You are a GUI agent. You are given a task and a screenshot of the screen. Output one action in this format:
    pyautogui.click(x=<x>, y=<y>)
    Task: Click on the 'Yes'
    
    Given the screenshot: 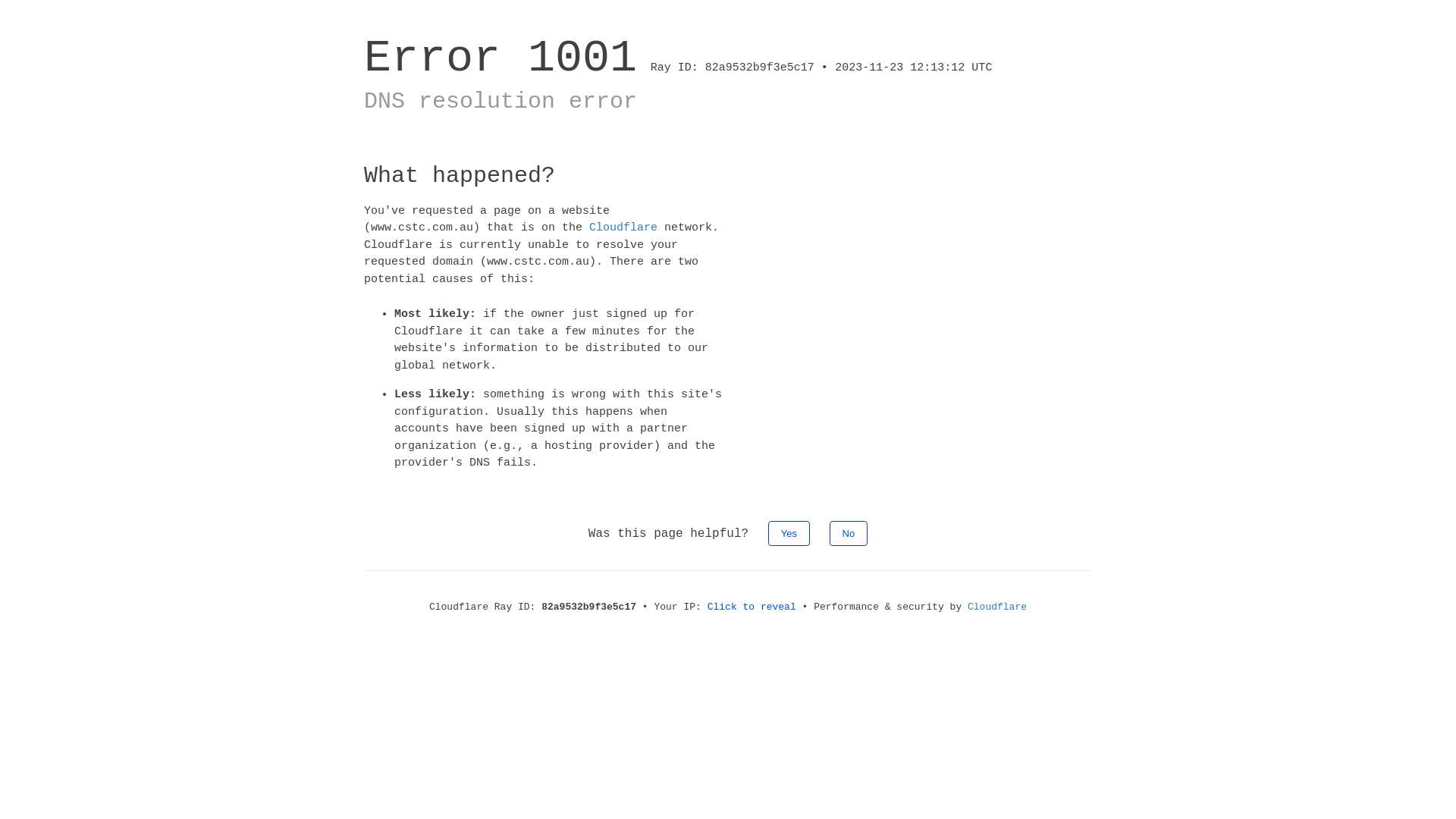 What is the action you would take?
    pyautogui.click(x=789, y=532)
    